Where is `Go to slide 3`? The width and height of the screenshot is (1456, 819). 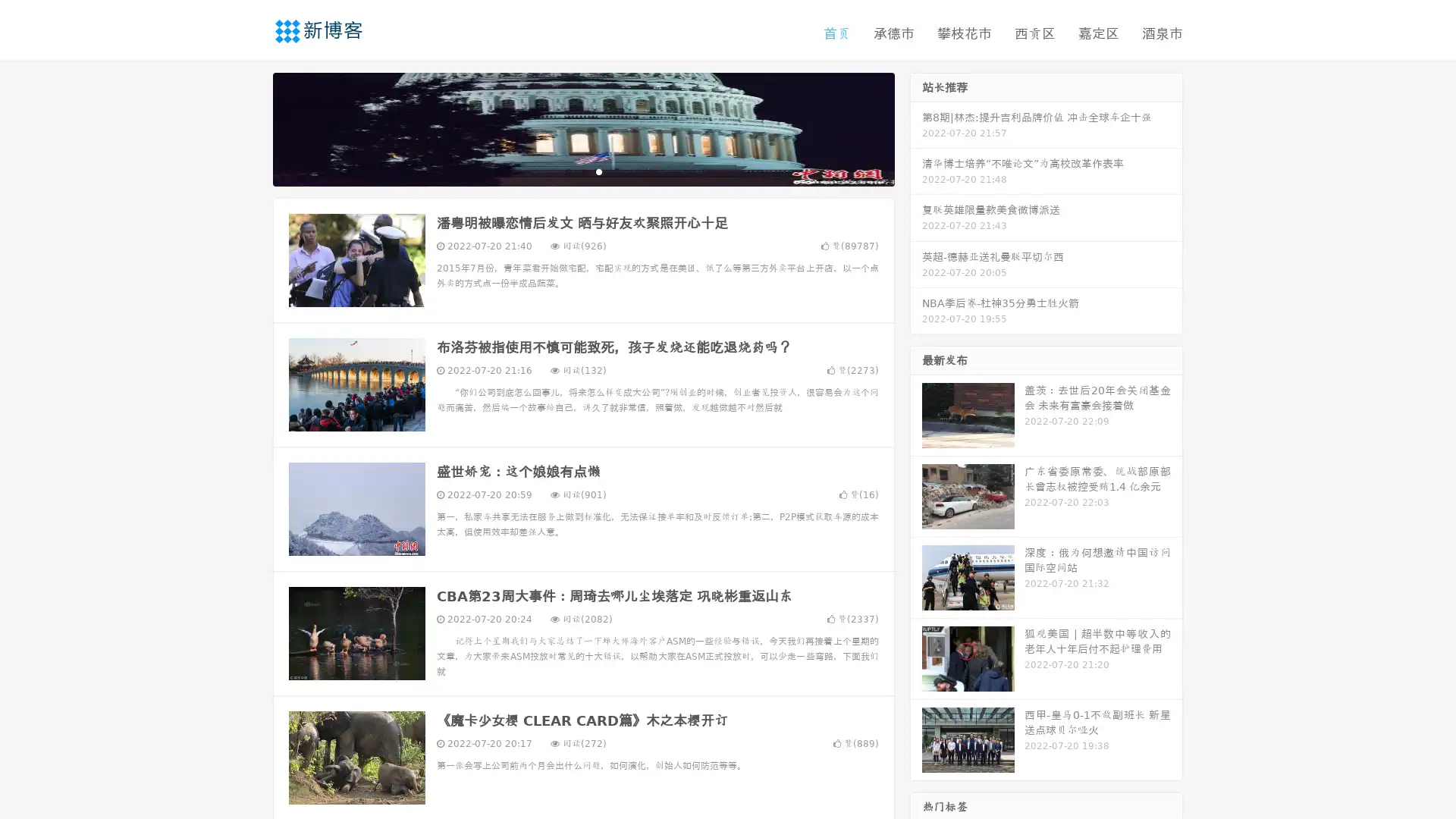
Go to slide 3 is located at coordinates (598, 171).